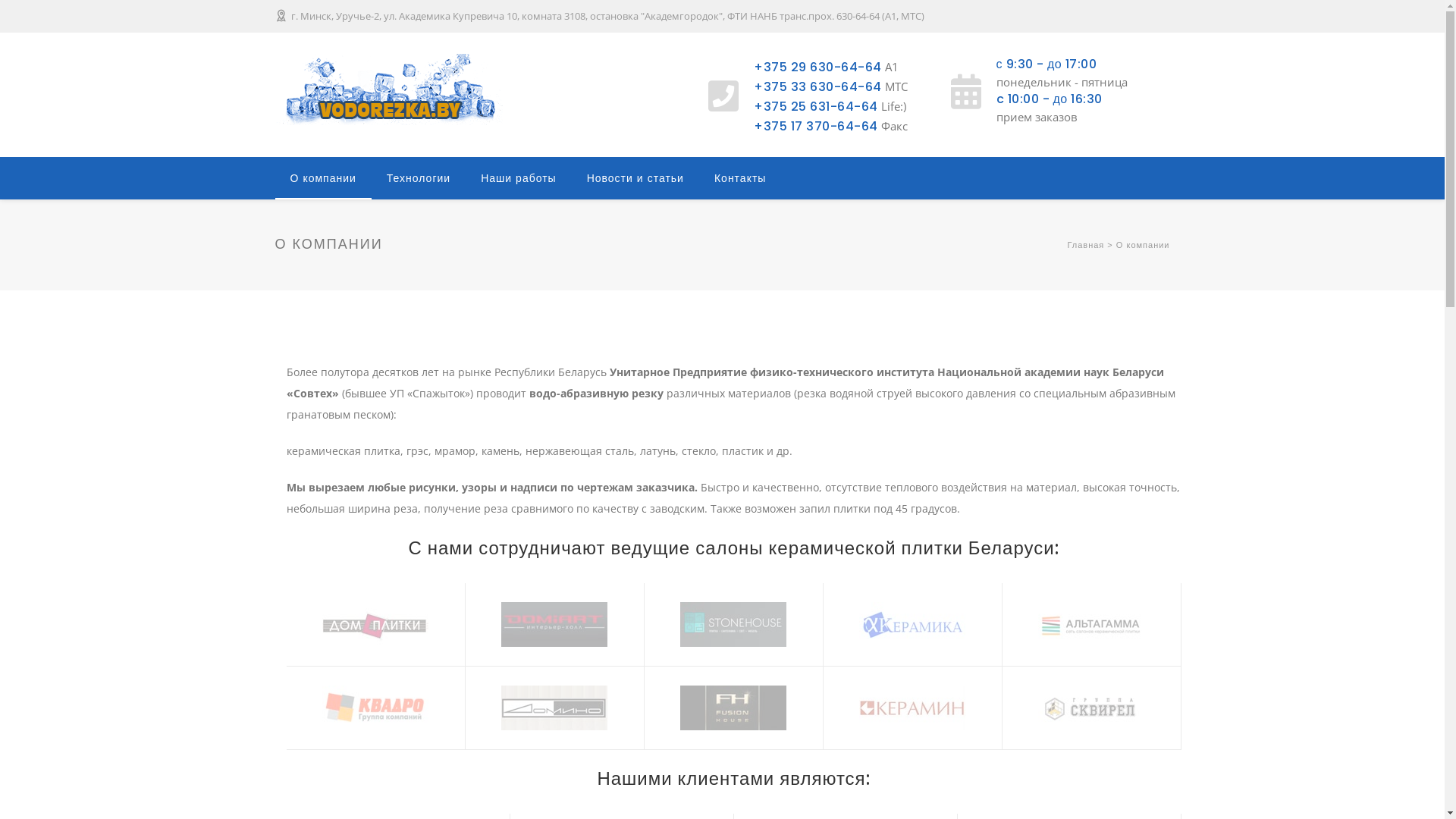  Describe the element at coordinates (753, 105) in the screenshot. I see `'+375 25 631-64-64'` at that location.